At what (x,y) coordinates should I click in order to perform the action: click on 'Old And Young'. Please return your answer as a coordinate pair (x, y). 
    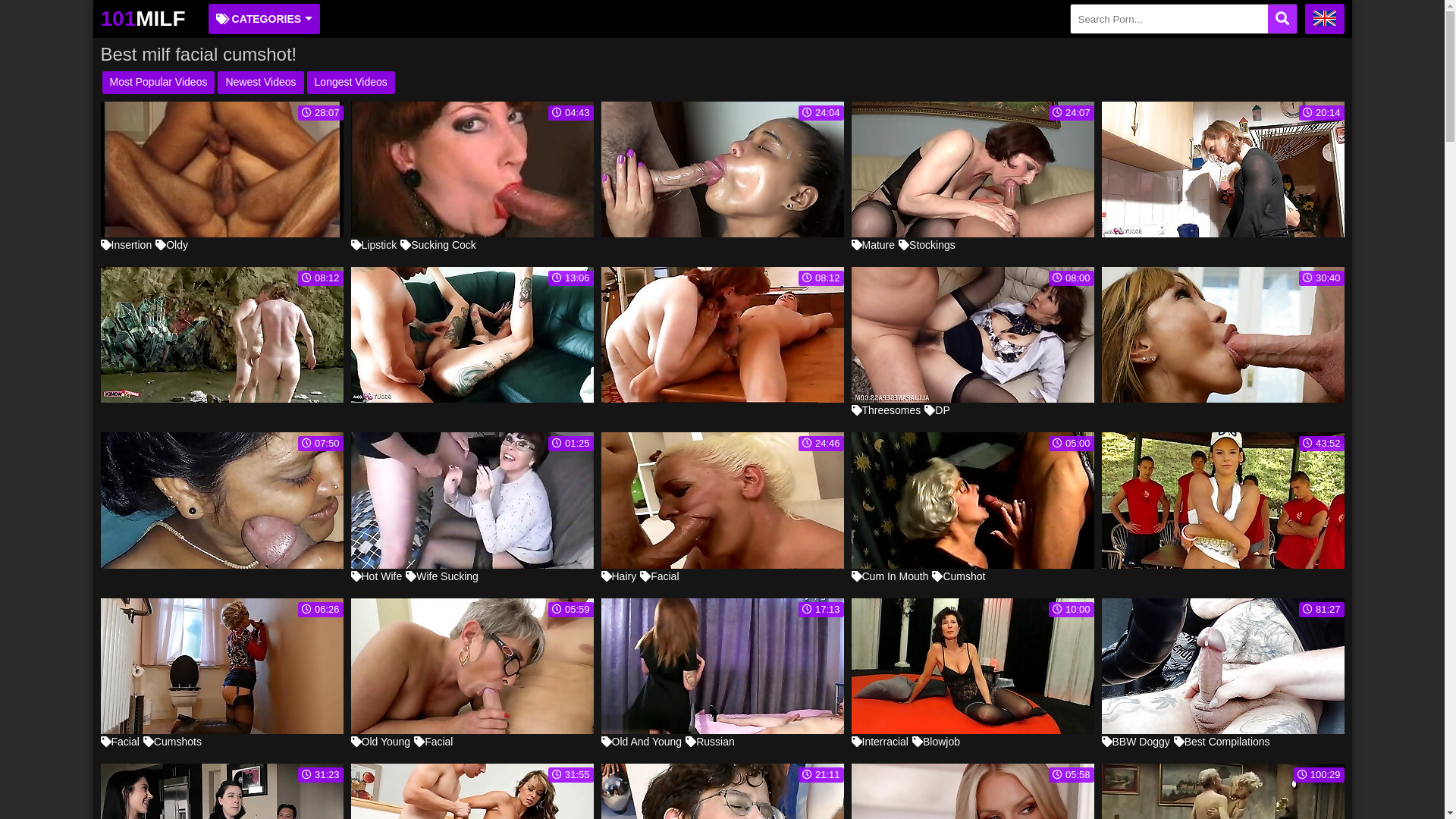
    Looking at the image, I should click on (641, 741).